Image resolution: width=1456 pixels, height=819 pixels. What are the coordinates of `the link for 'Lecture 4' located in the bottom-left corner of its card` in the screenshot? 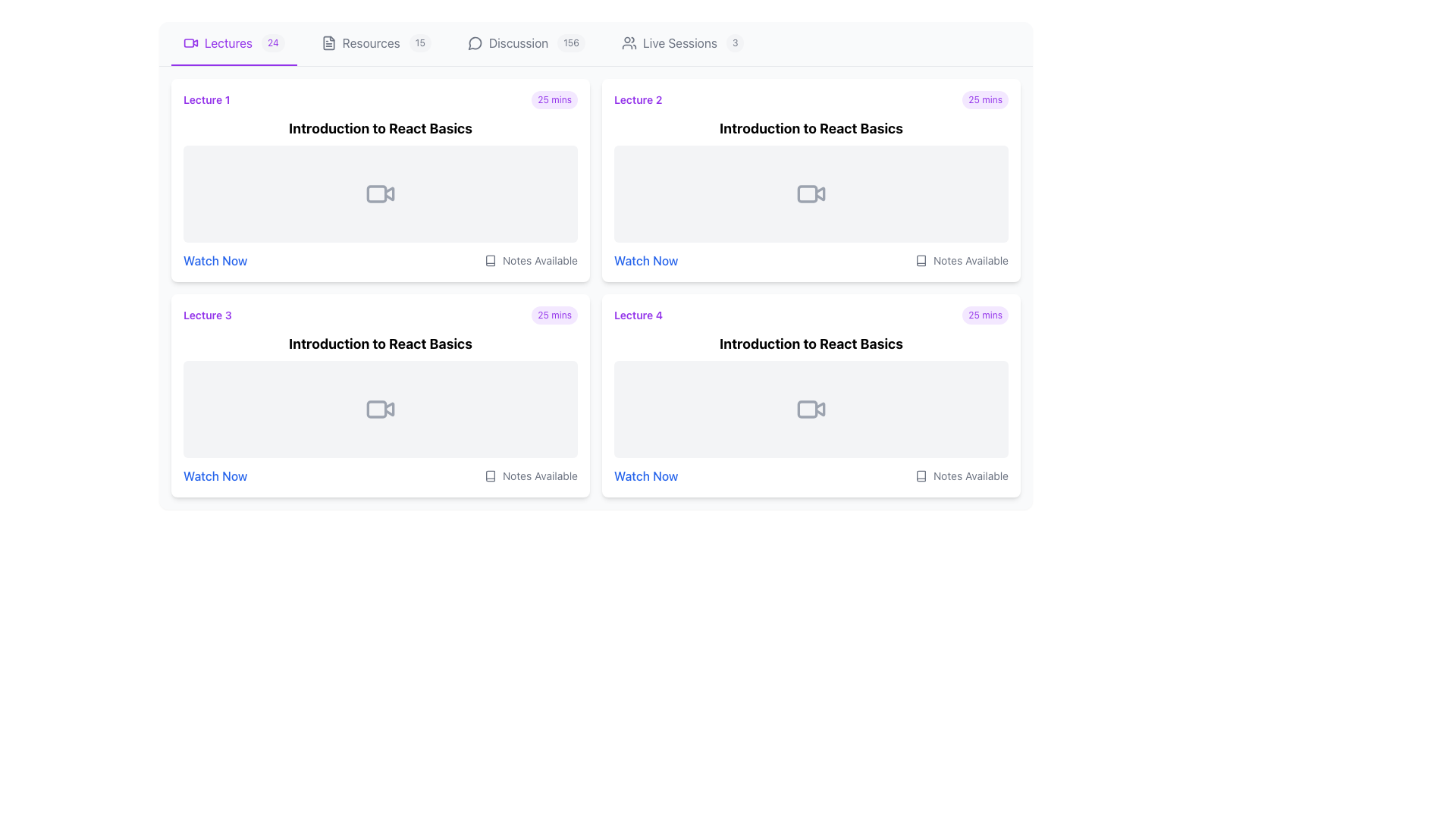 It's located at (646, 475).